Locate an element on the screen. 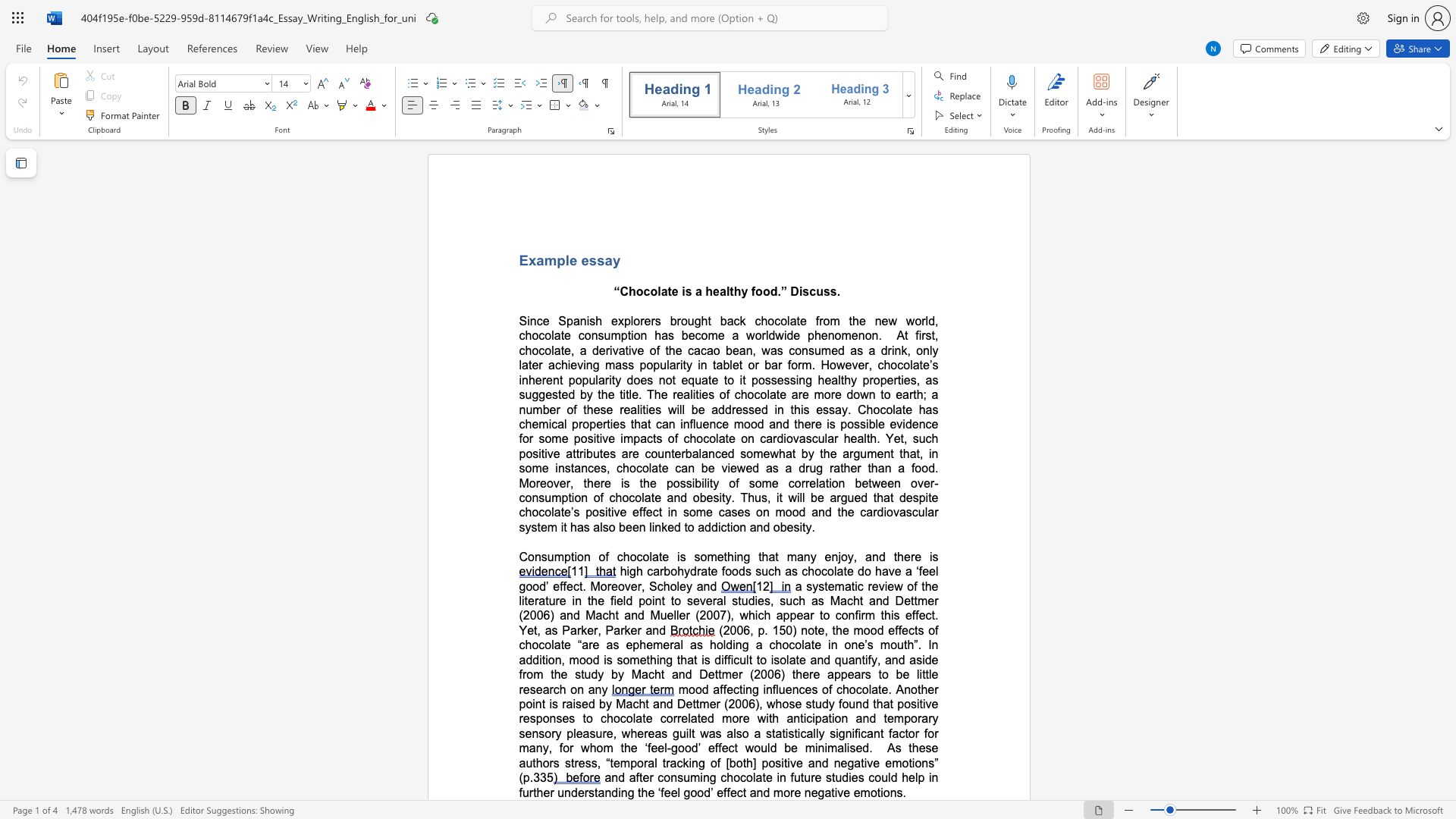  the subset text "ch on" within the text "h”. In addition, mood is something that is difficult to isolate and quantify, and aside from the study by Macht and Dettmer (2006) there appears to be little research on any" is located at coordinates (552, 689).